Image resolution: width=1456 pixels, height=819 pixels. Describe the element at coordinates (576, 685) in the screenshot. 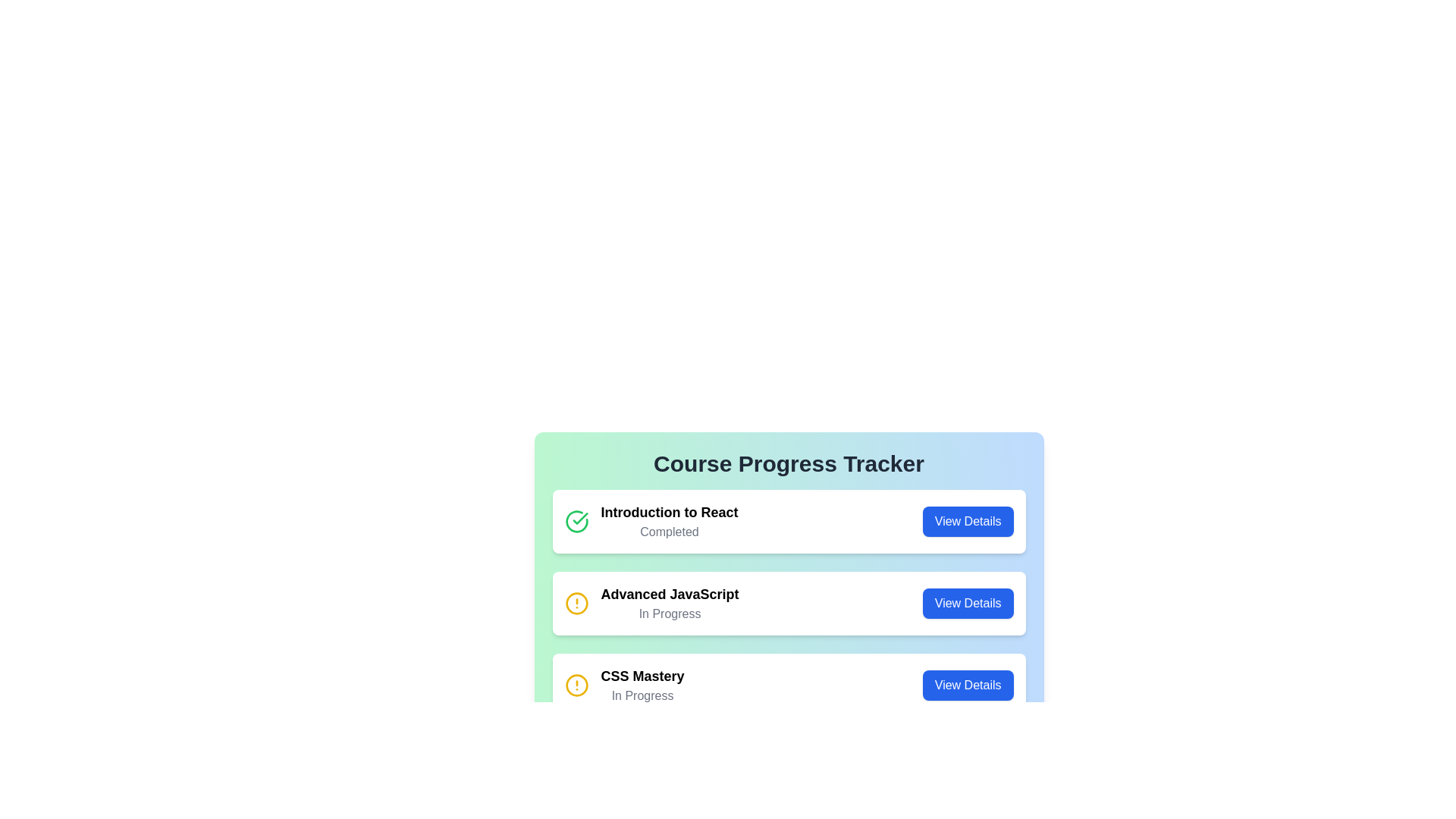

I see `the status indicator icon for the 'CSS Mastery' course progress row, which represents a warning or alert and is located to the left of the title text 'CSS Mastery'` at that location.